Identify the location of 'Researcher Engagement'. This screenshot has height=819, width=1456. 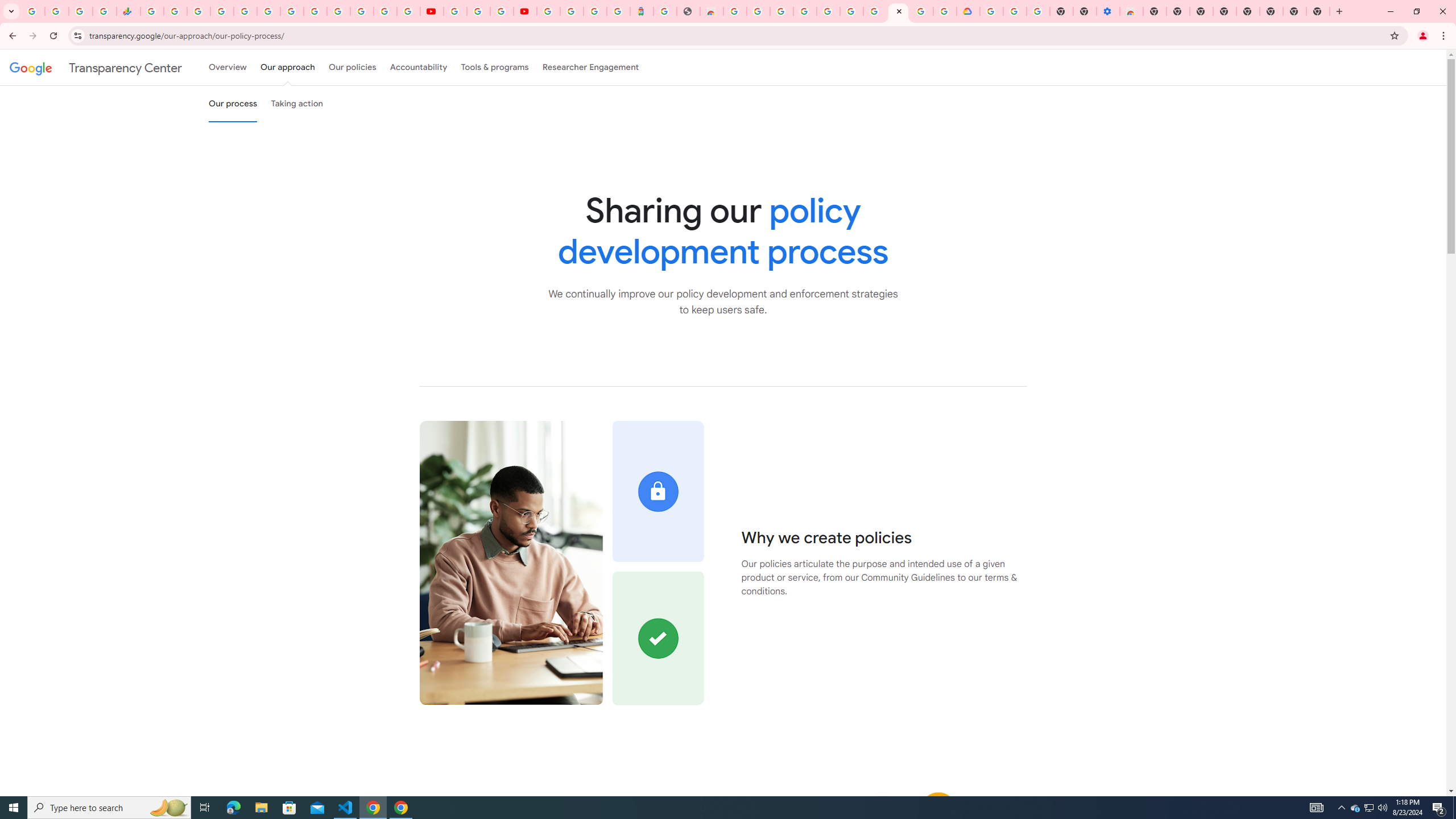
(591, 67).